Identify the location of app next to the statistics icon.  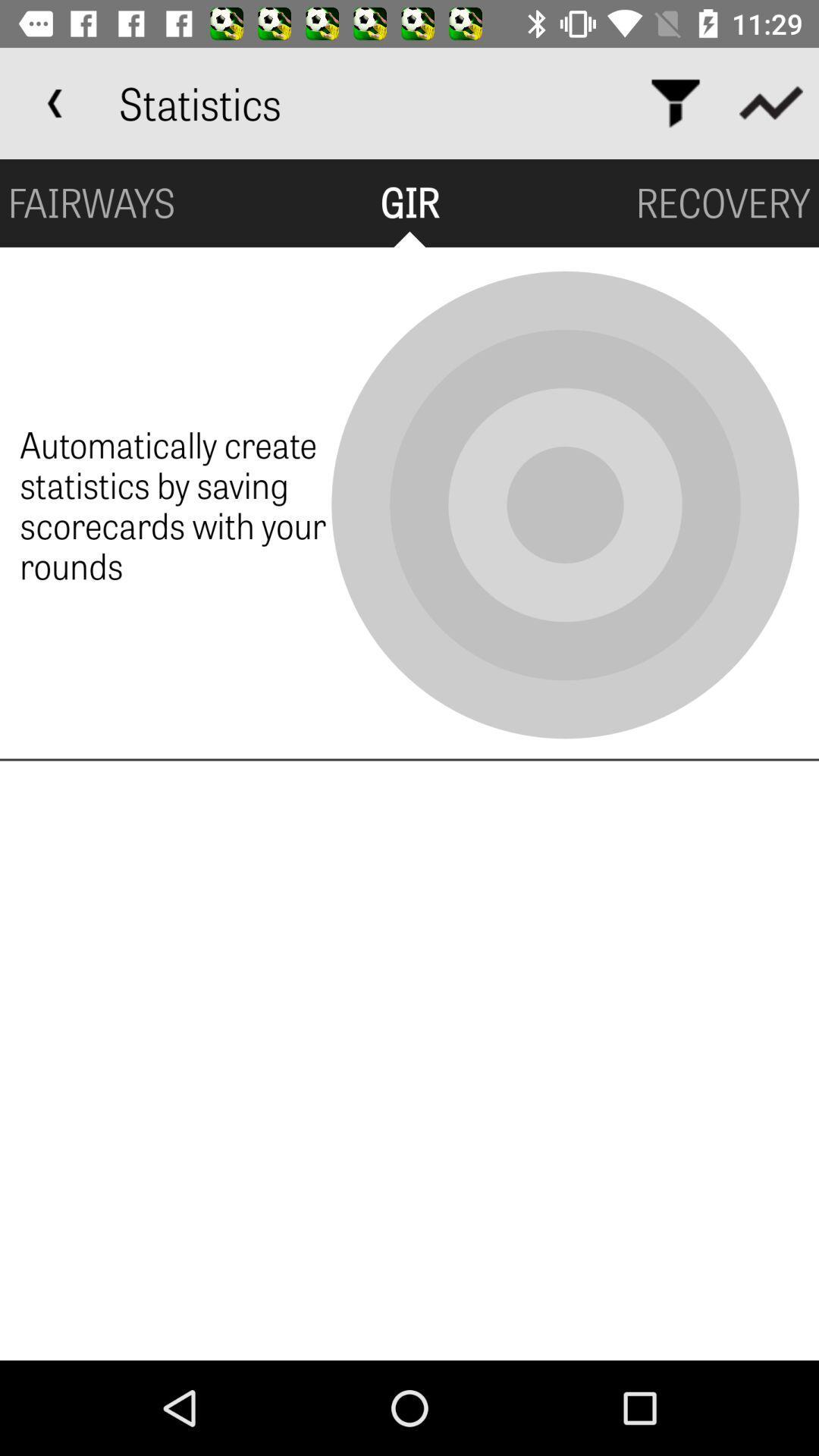
(675, 102).